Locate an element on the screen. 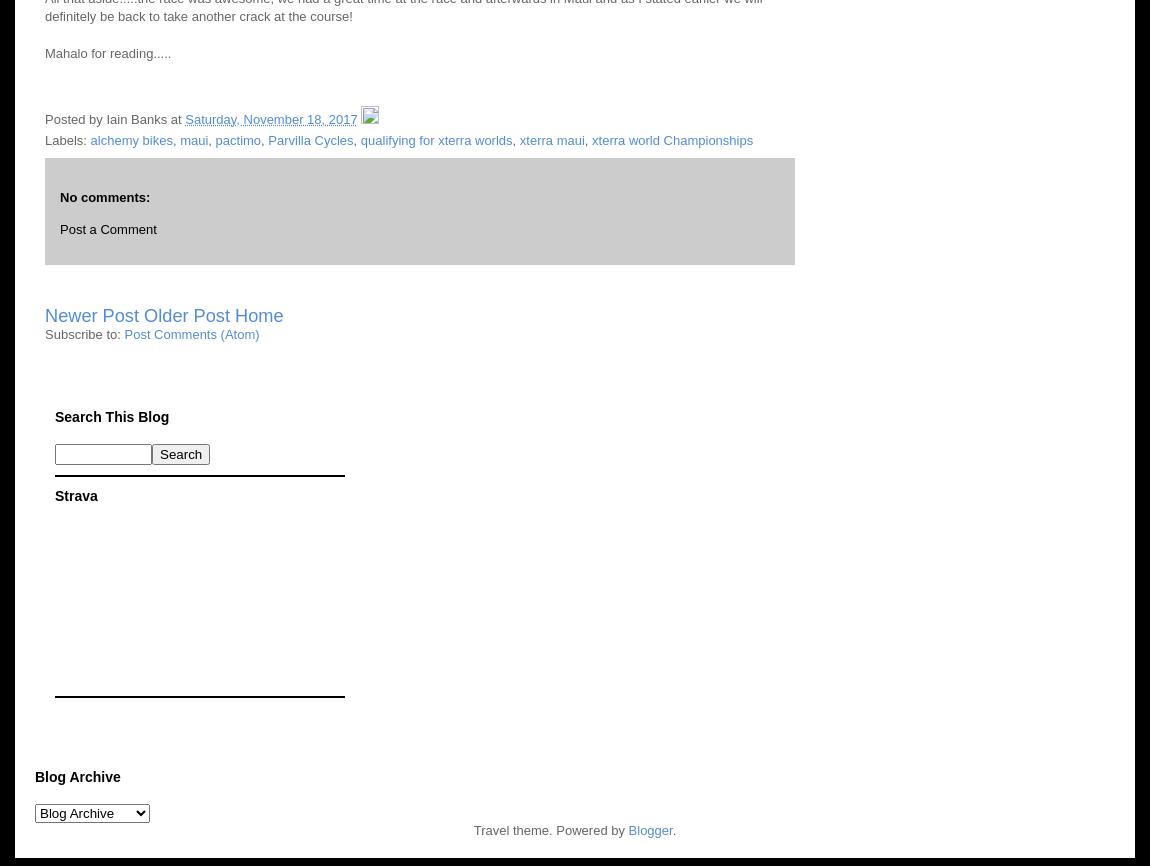 The image size is (1150, 866). 'Labels:' is located at coordinates (66, 139).